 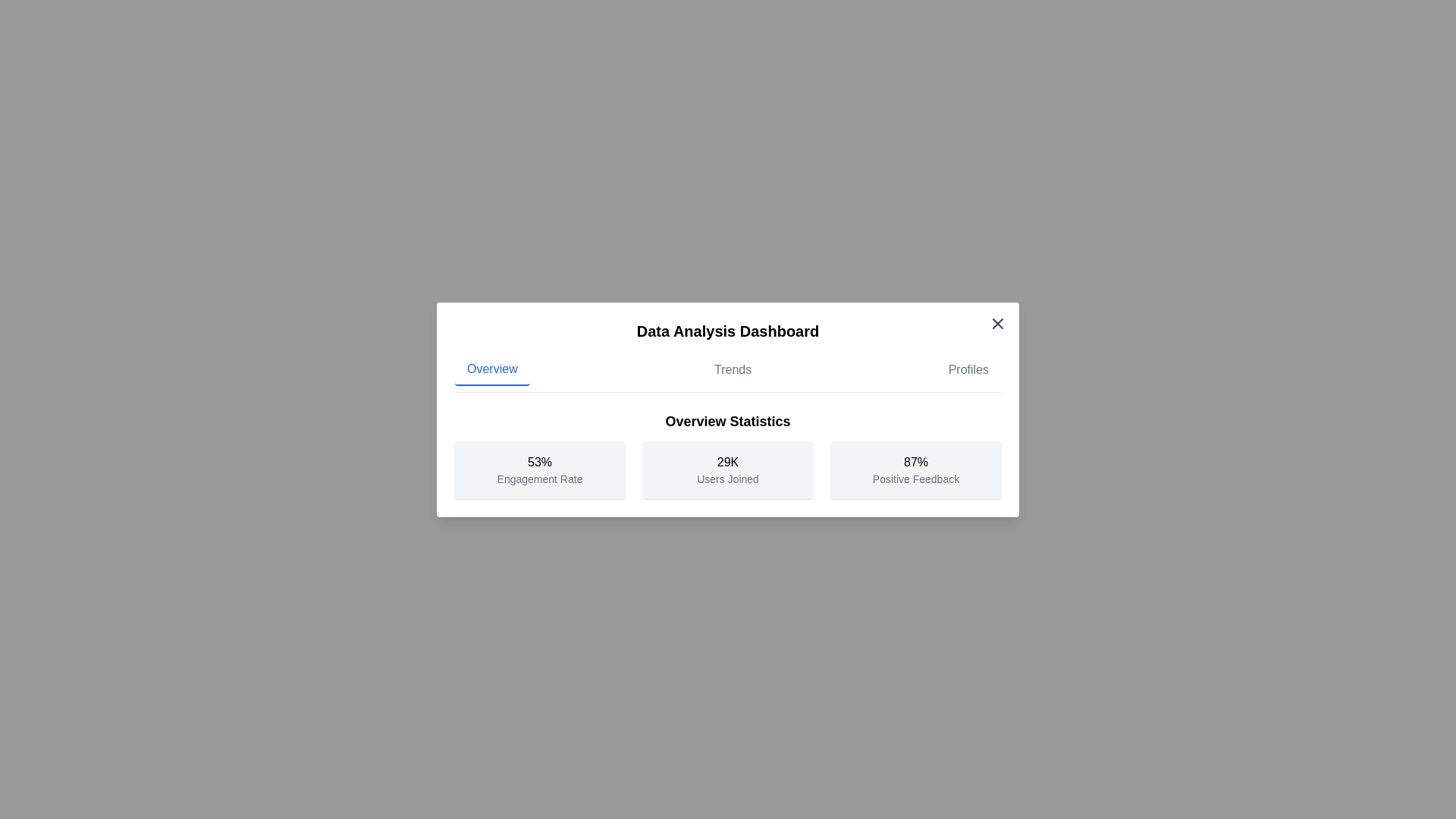 What do you see at coordinates (915, 469) in the screenshot?
I see `the data display card that represents positive feedback, located in the third column of the dashboard layout` at bounding box center [915, 469].